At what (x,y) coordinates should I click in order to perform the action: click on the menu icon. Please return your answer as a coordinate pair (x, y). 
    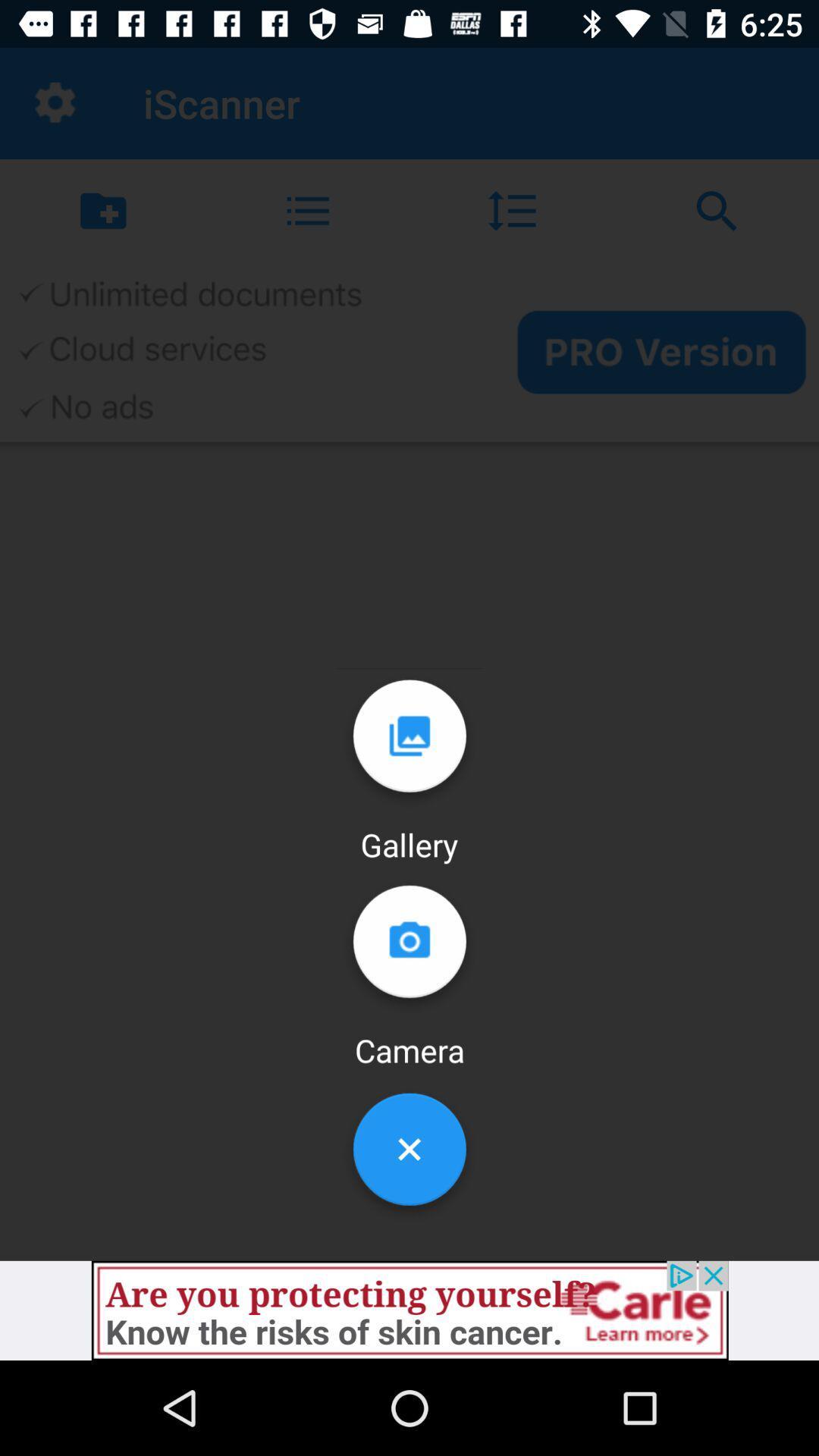
    Looking at the image, I should click on (307, 210).